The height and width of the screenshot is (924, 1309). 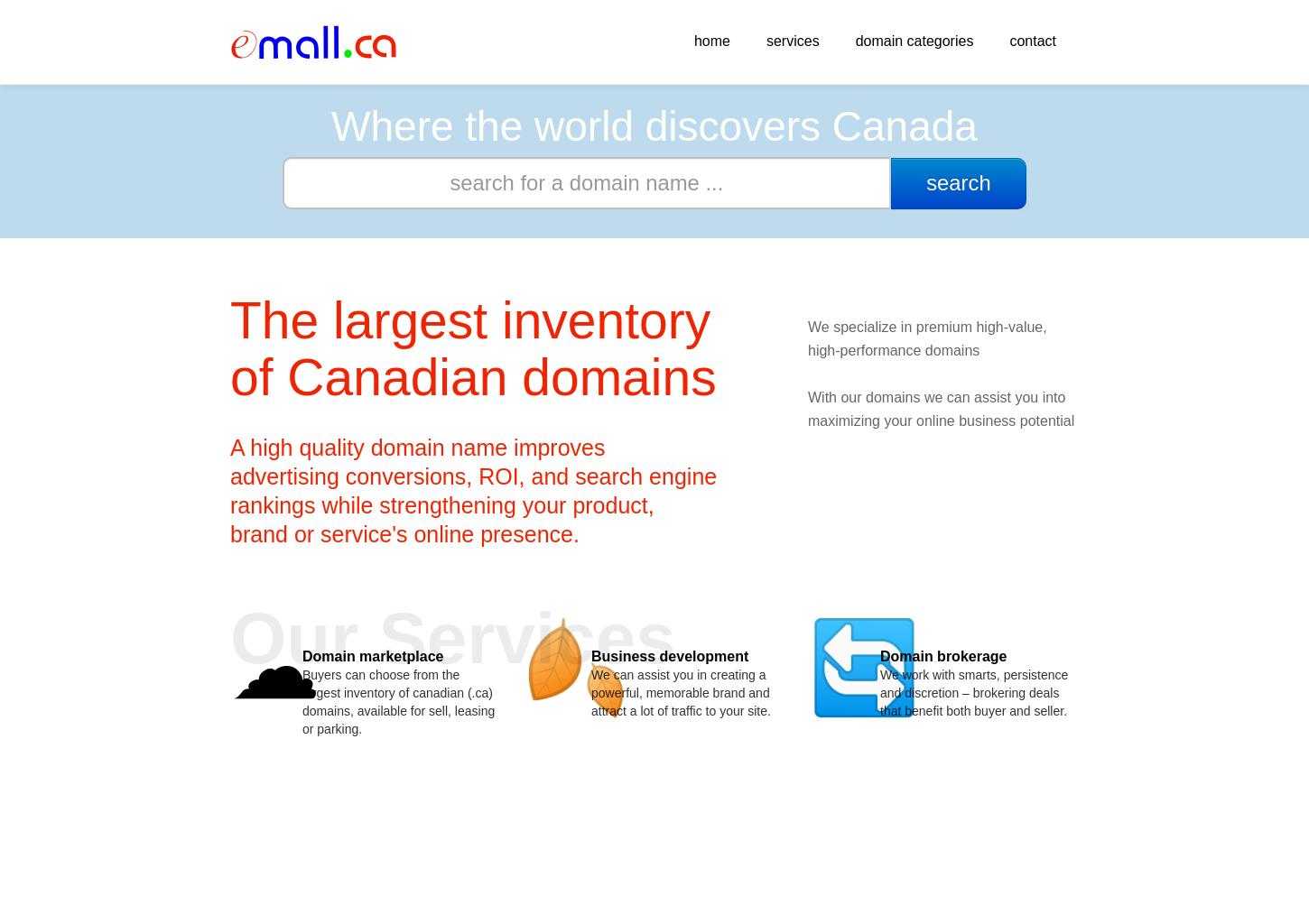 I want to click on 'Business development', so click(x=590, y=655).